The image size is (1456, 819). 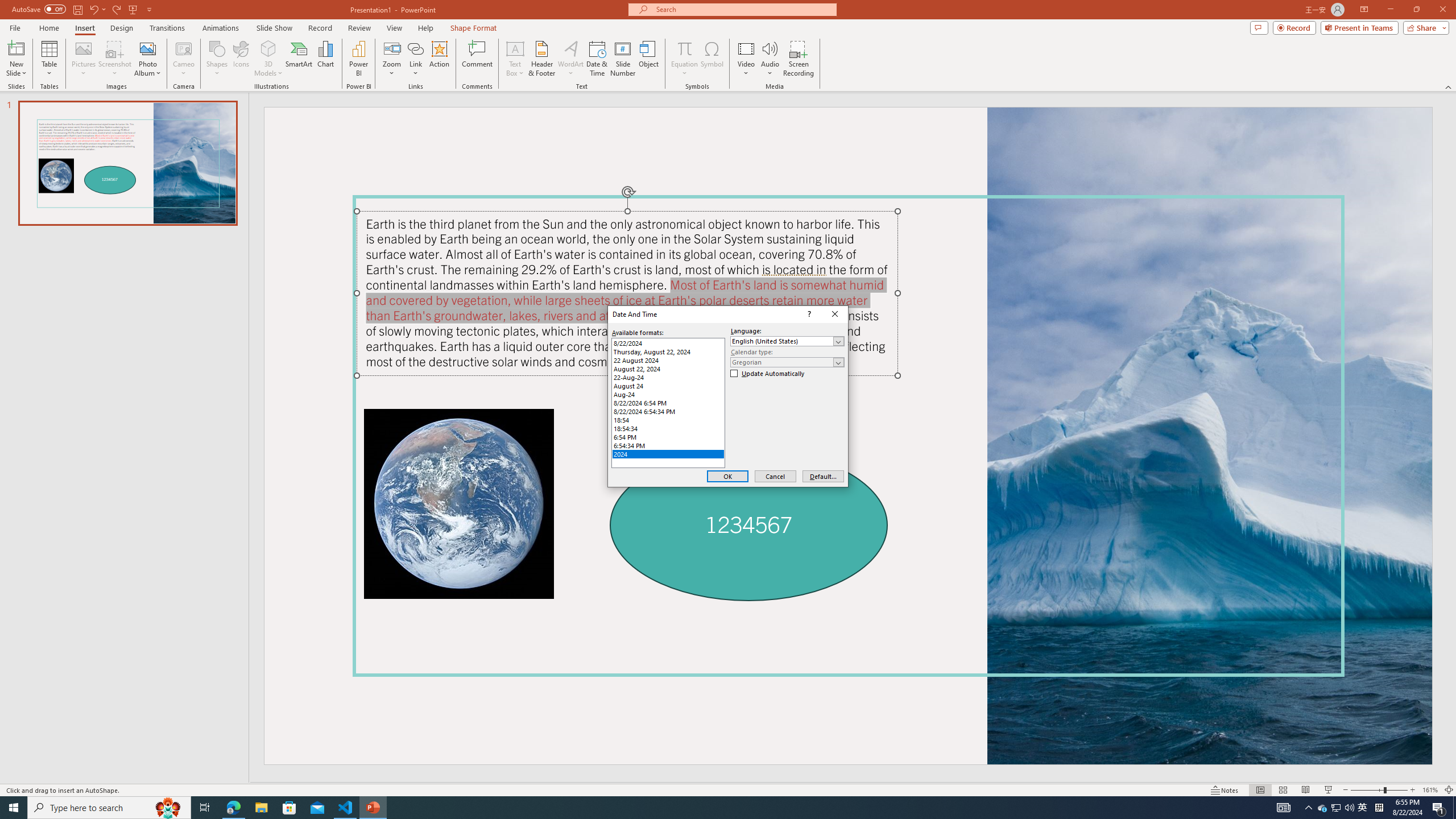 What do you see at coordinates (114, 59) in the screenshot?
I see `'Screenshot'` at bounding box center [114, 59].